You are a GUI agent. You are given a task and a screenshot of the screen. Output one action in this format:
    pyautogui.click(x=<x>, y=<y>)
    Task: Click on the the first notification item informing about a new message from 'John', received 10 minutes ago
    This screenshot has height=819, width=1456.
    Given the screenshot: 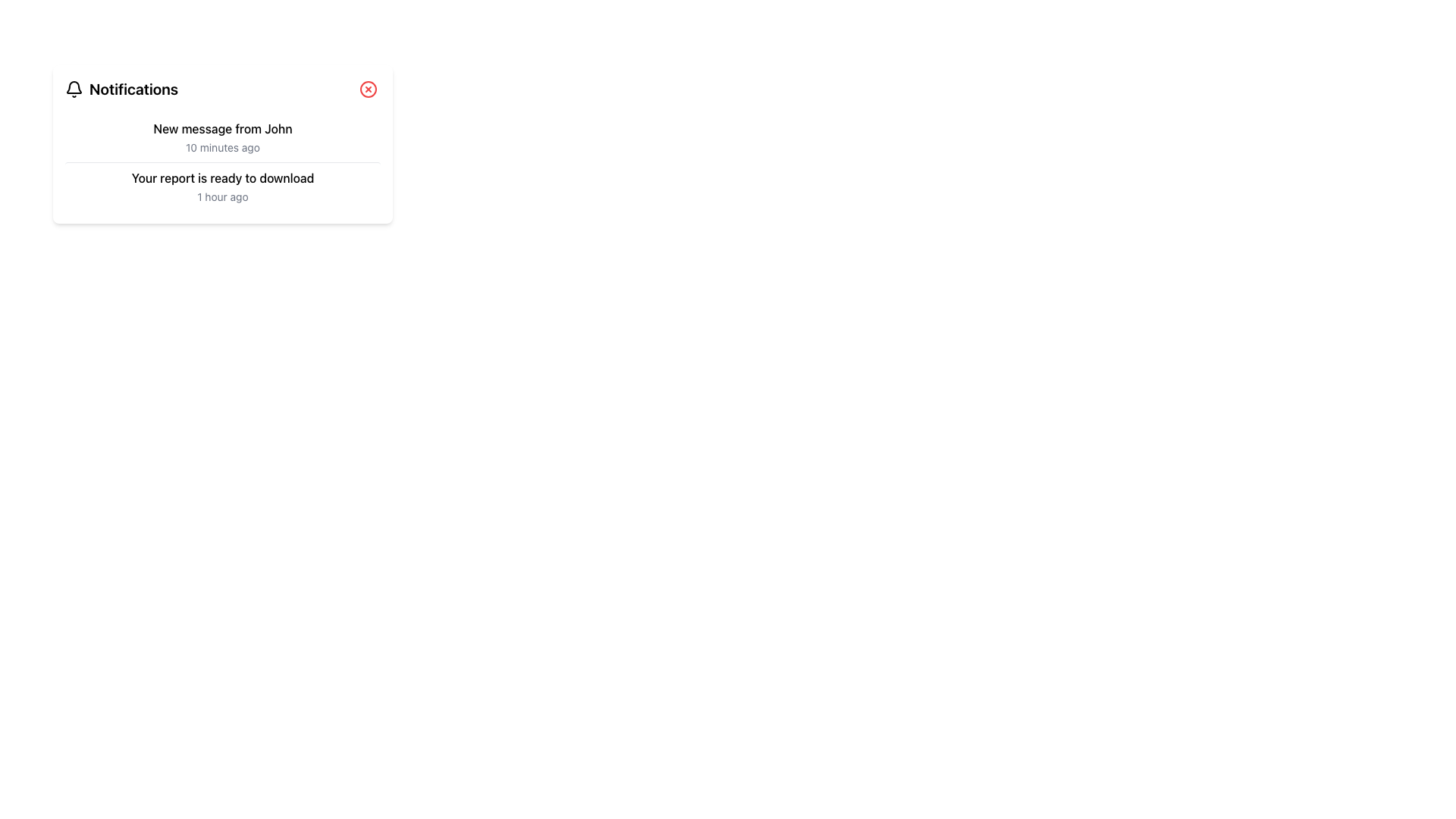 What is the action you would take?
    pyautogui.click(x=221, y=137)
    